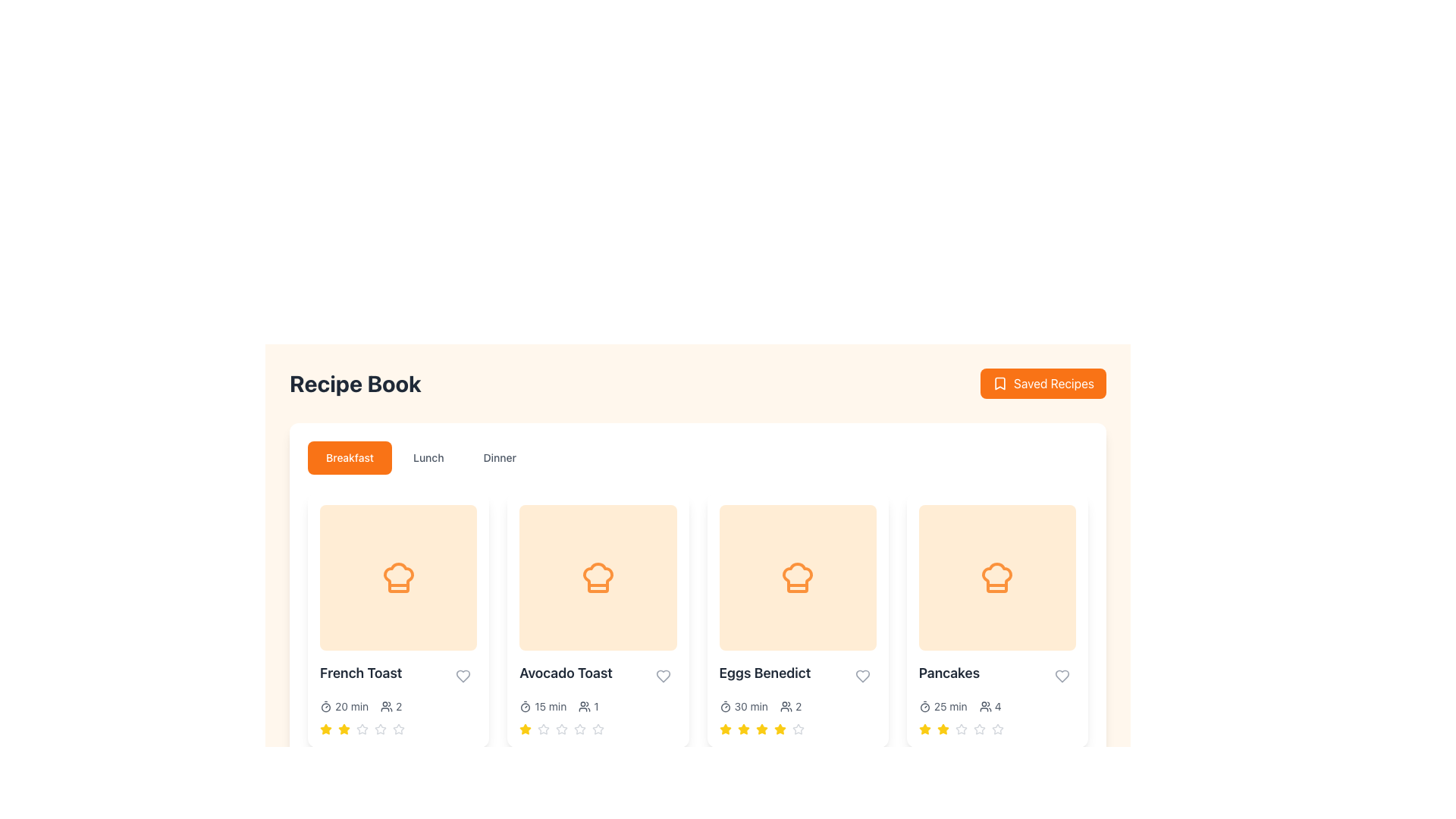  Describe the element at coordinates (761, 727) in the screenshot. I see `the highlighted third star icon in the rating system under the 'Eggs Benedict' recipe card` at that location.